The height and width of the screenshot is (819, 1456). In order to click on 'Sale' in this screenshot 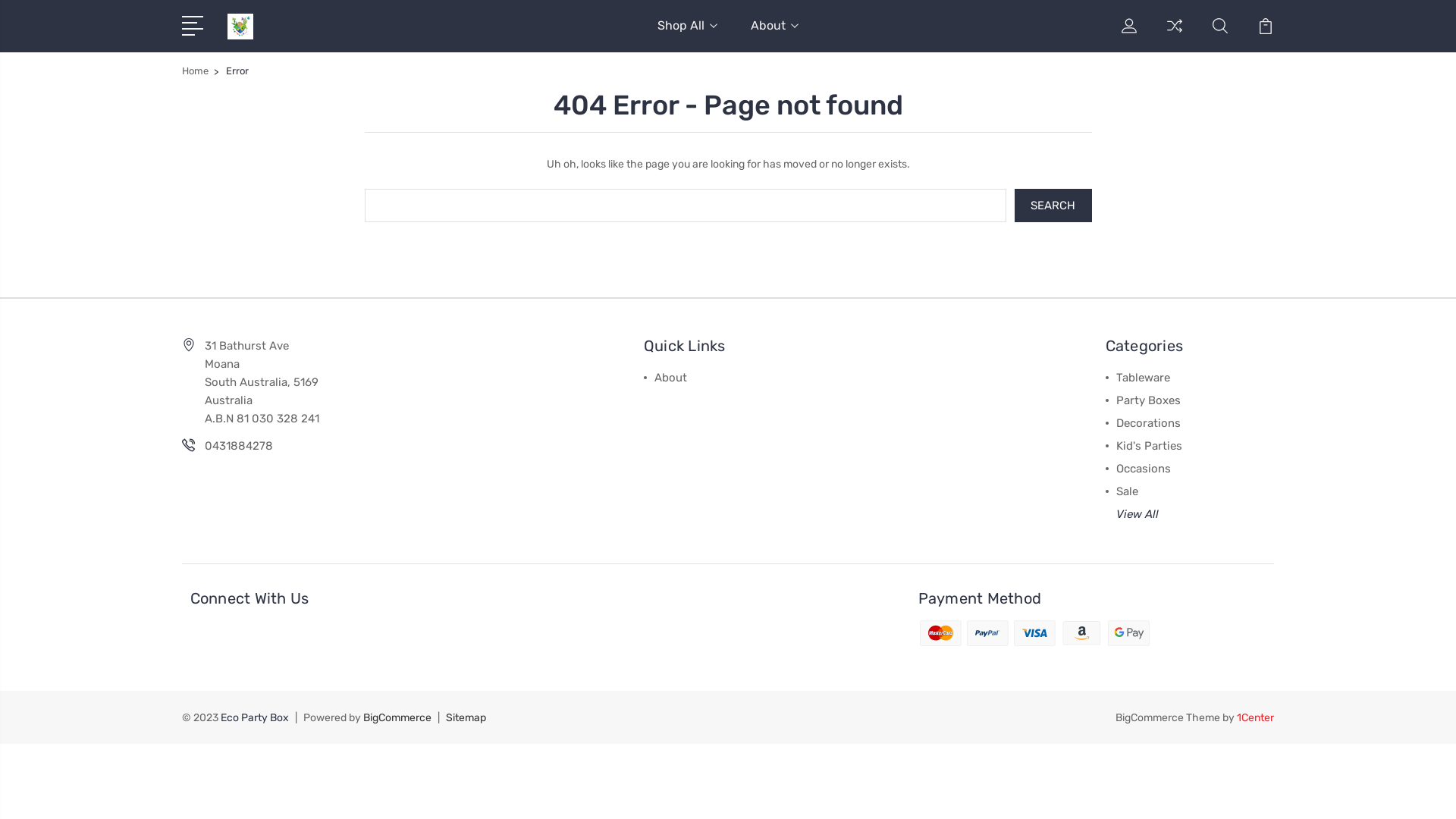, I will do `click(1127, 491)`.